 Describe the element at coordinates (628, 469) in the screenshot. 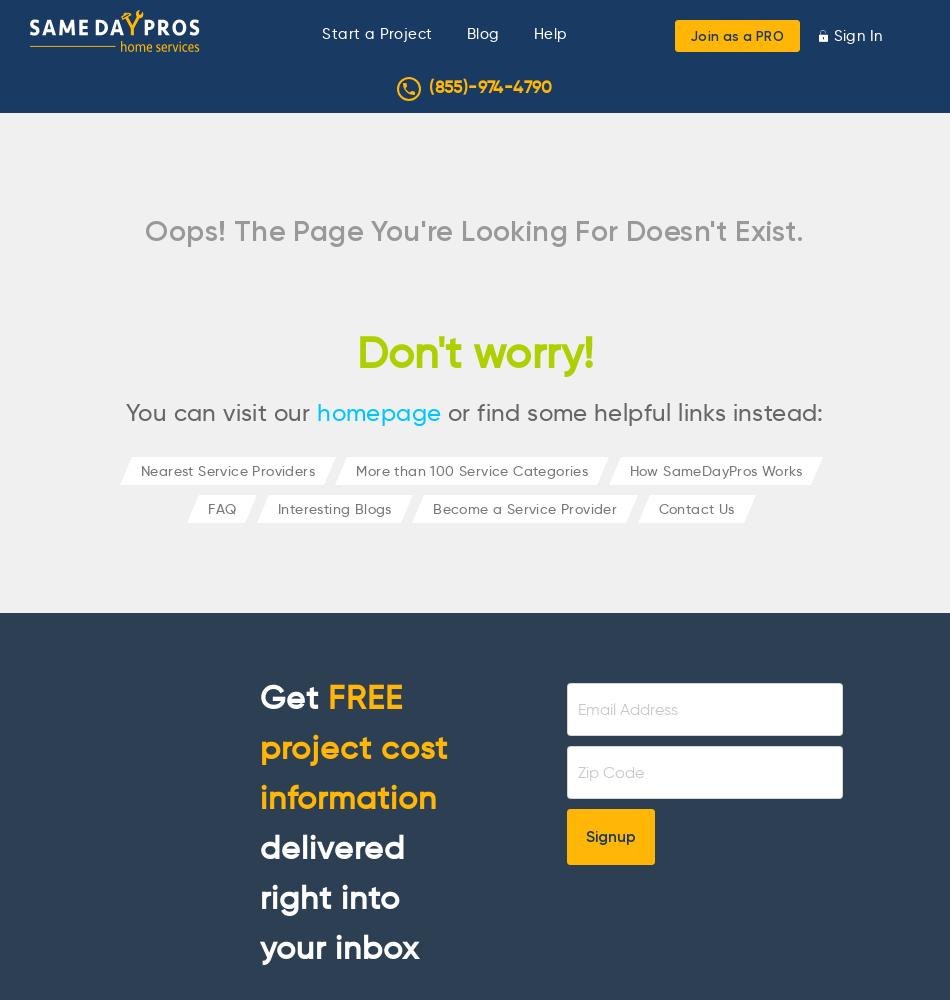

I see `'How SameDayPros Works'` at that location.